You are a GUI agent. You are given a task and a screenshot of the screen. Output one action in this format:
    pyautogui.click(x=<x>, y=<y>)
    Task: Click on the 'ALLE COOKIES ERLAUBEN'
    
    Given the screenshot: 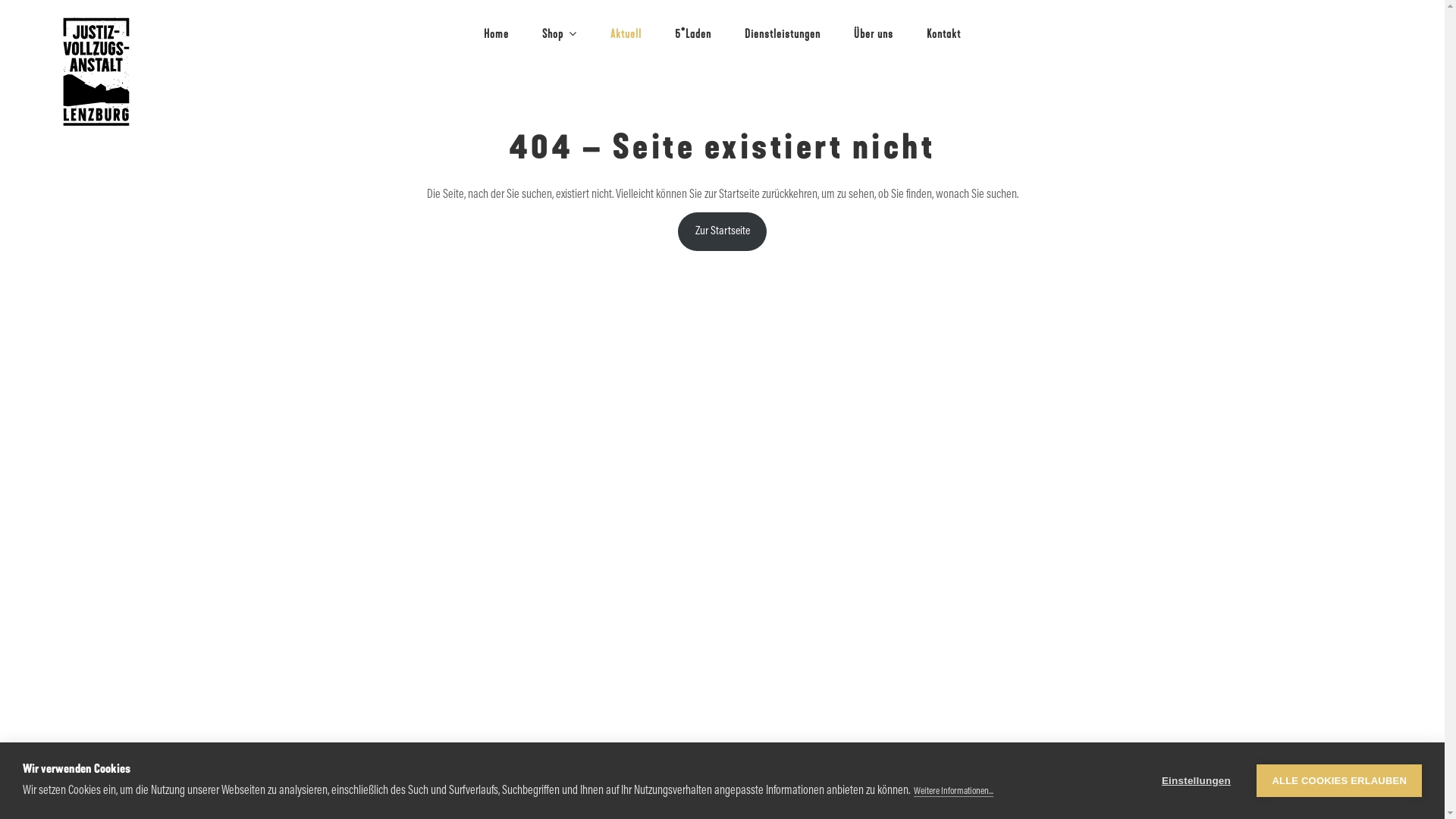 What is the action you would take?
    pyautogui.click(x=1339, y=780)
    